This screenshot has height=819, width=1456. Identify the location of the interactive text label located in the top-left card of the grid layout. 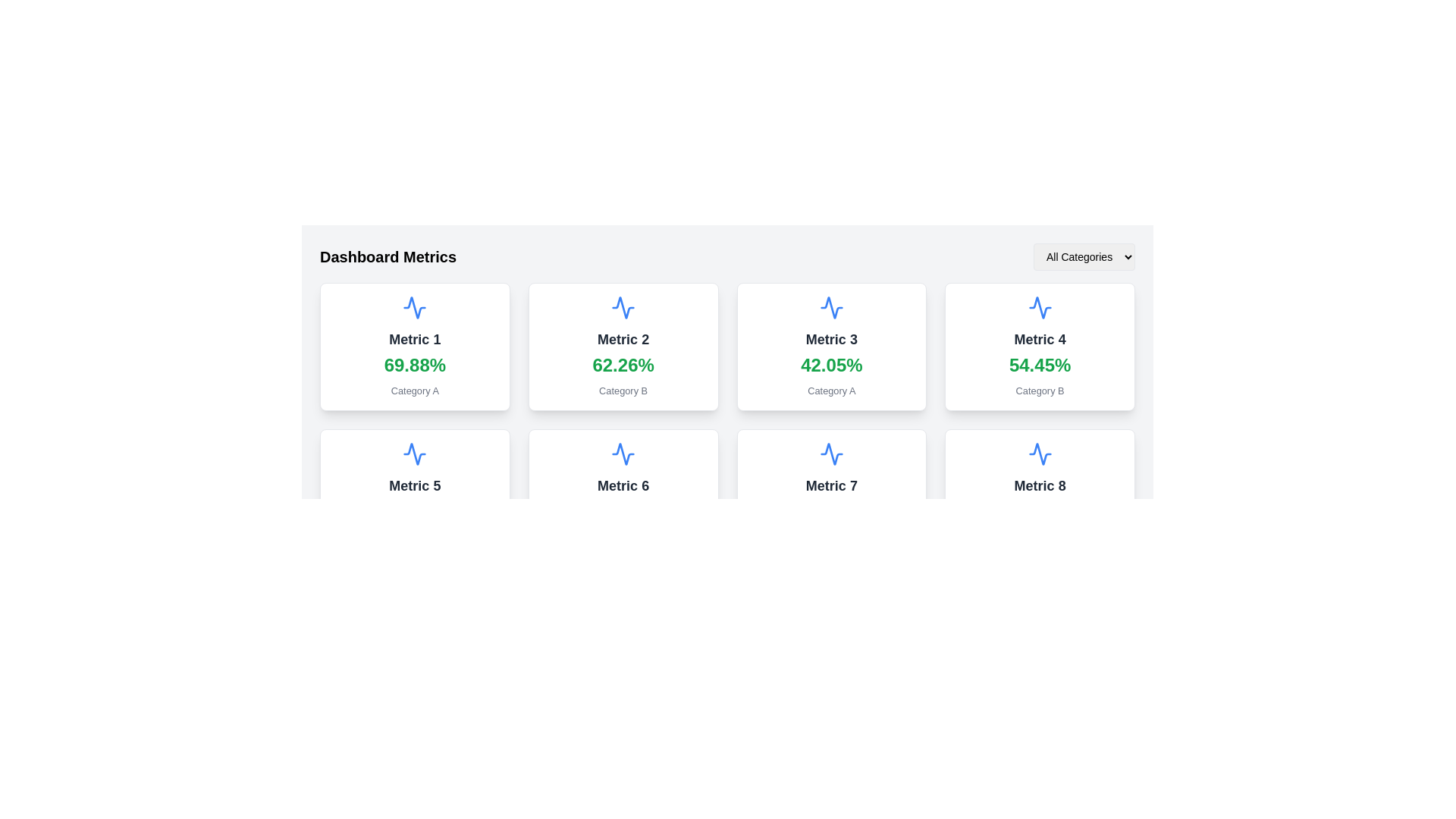
(415, 338).